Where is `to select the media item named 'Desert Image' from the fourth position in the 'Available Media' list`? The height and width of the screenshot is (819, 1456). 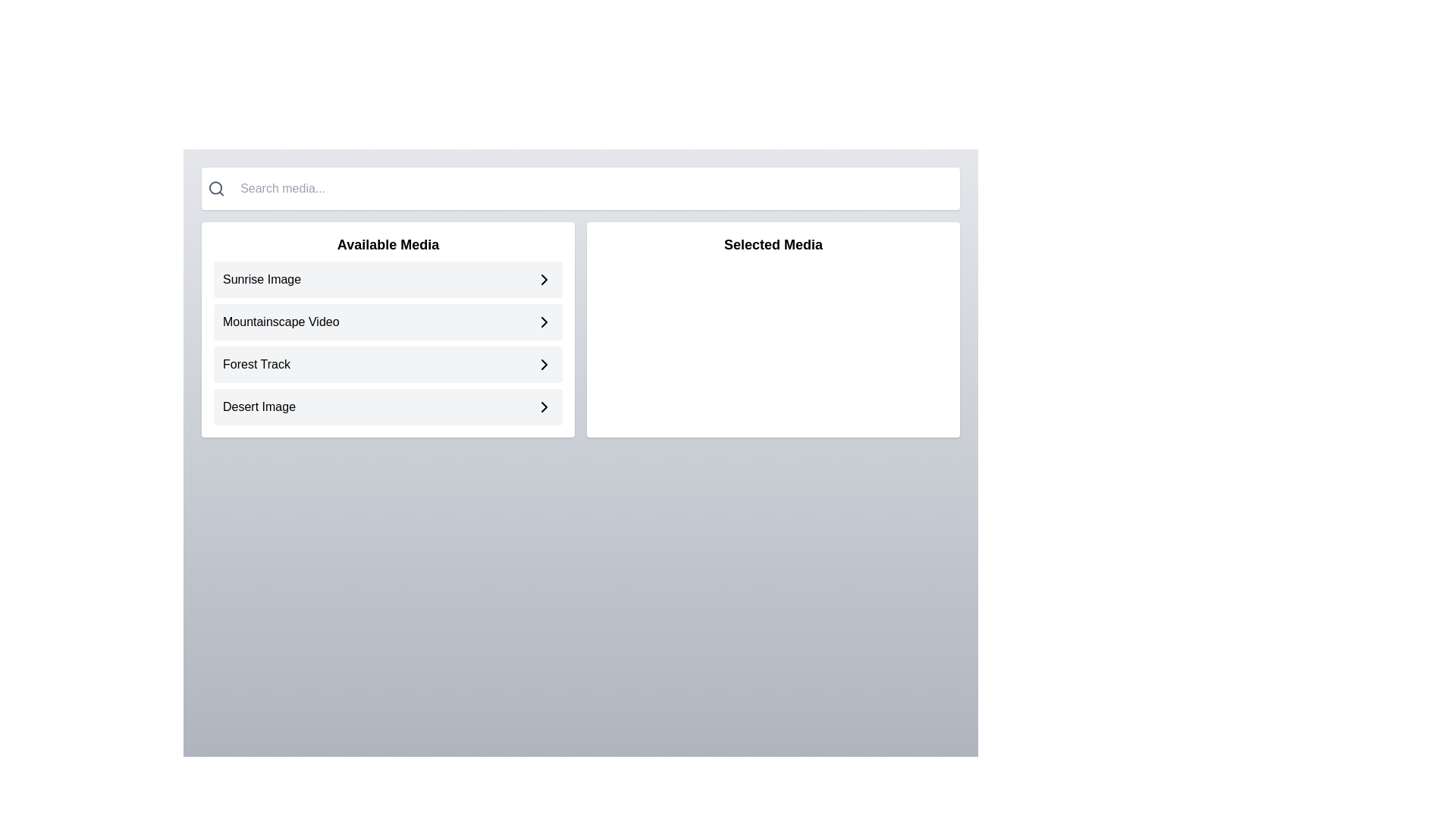
to select the media item named 'Desert Image' from the fourth position in the 'Available Media' list is located at coordinates (388, 406).